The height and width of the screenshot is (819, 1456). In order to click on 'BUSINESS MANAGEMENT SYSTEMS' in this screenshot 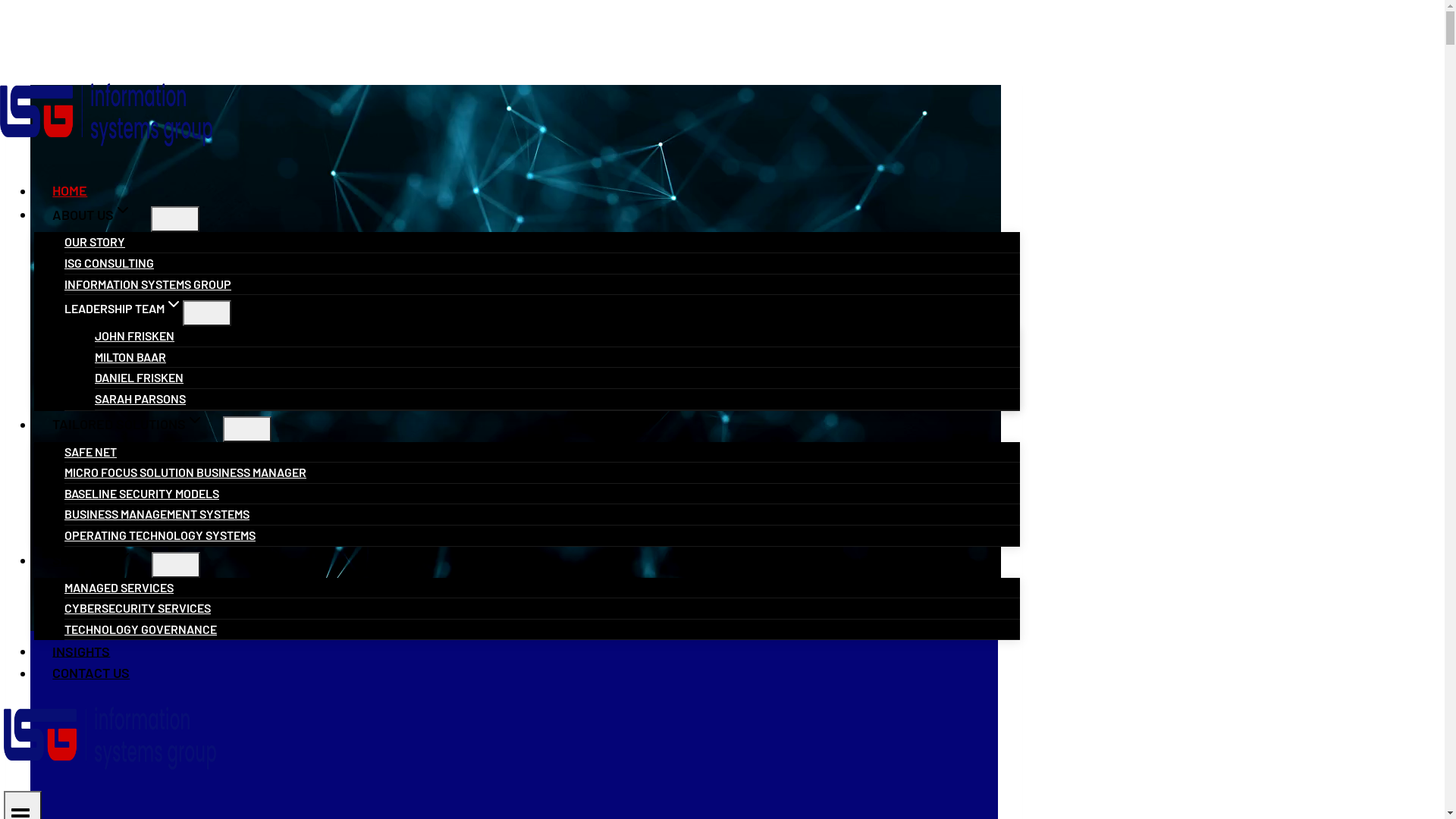, I will do `click(156, 513)`.